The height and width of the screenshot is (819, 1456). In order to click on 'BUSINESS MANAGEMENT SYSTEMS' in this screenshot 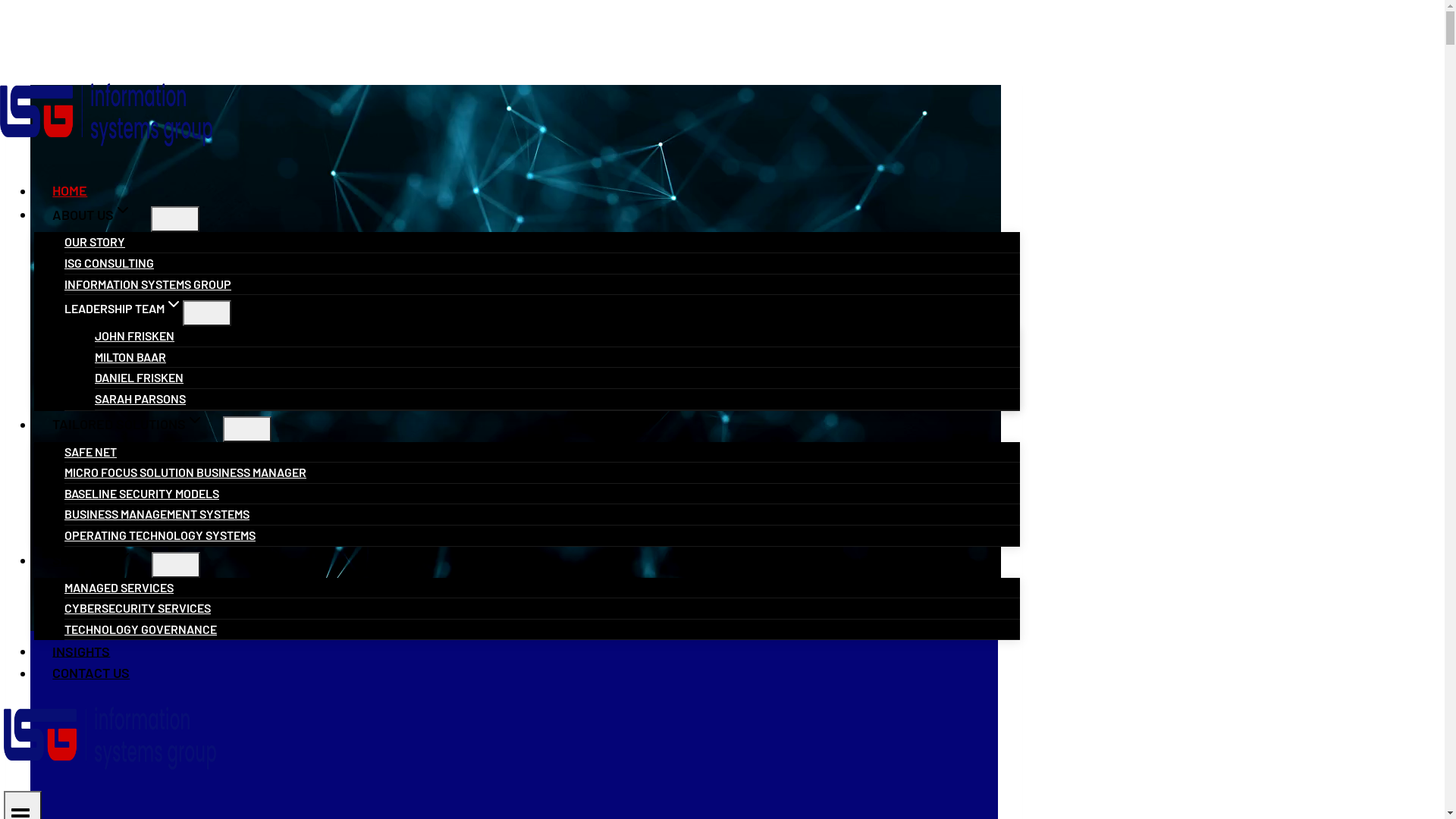, I will do `click(156, 513)`.